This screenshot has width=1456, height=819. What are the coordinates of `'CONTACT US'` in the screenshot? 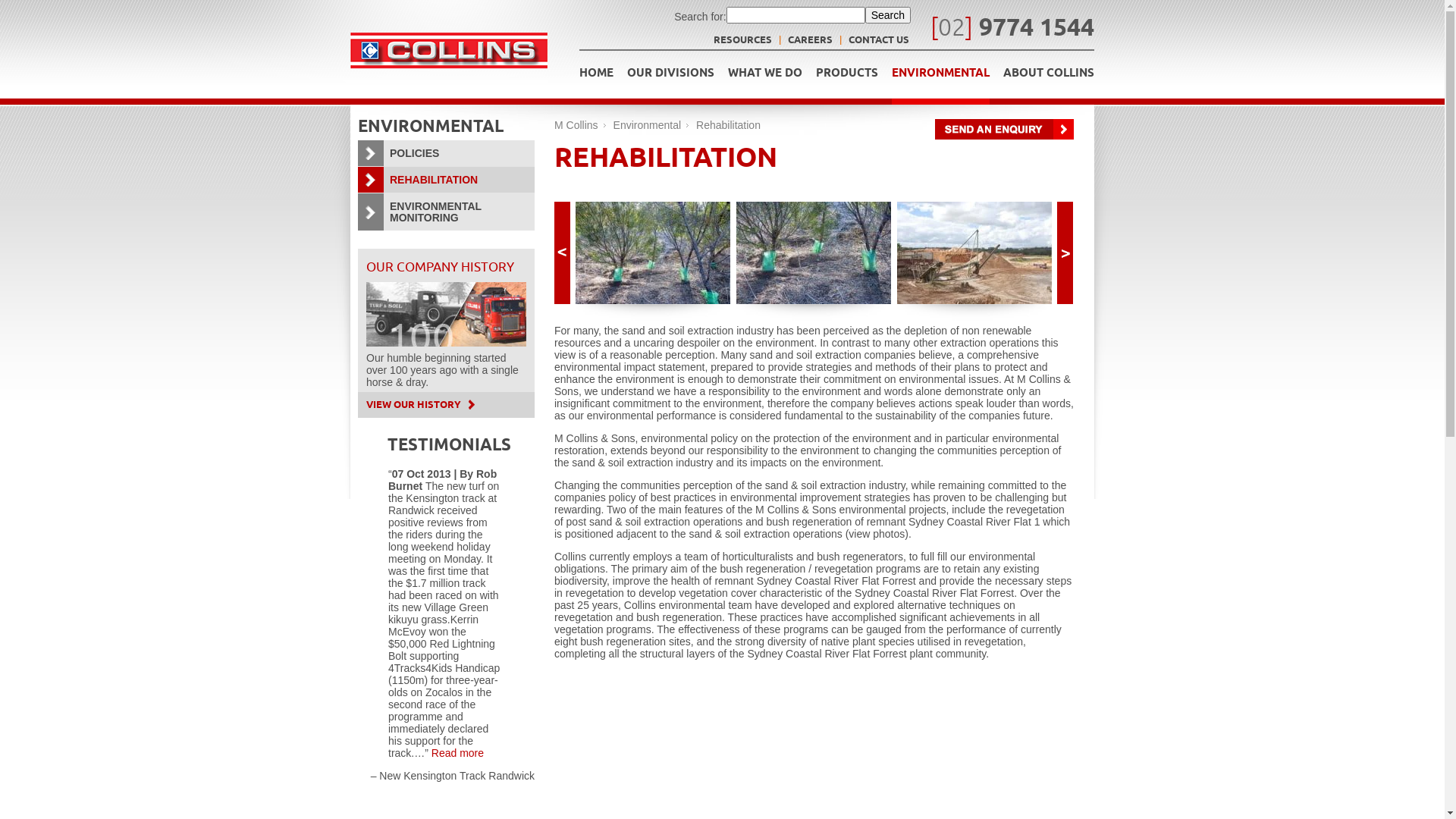 It's located at (878, 40).